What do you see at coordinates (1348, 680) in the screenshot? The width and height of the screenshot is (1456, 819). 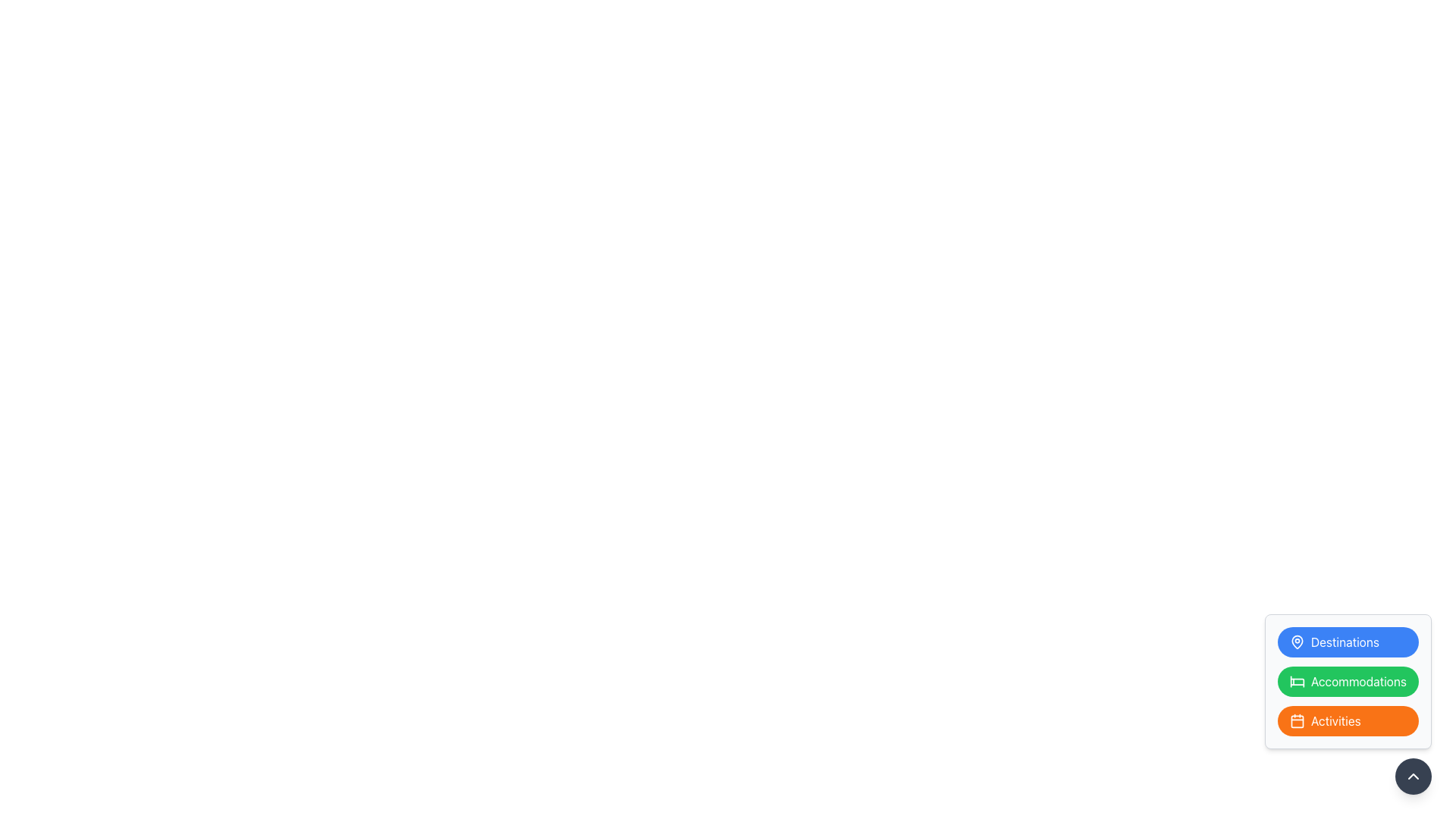 I see `the green rectangular button labeled 'Accommodations' with a bed icon on the left` at bounding box center [1348, 680].